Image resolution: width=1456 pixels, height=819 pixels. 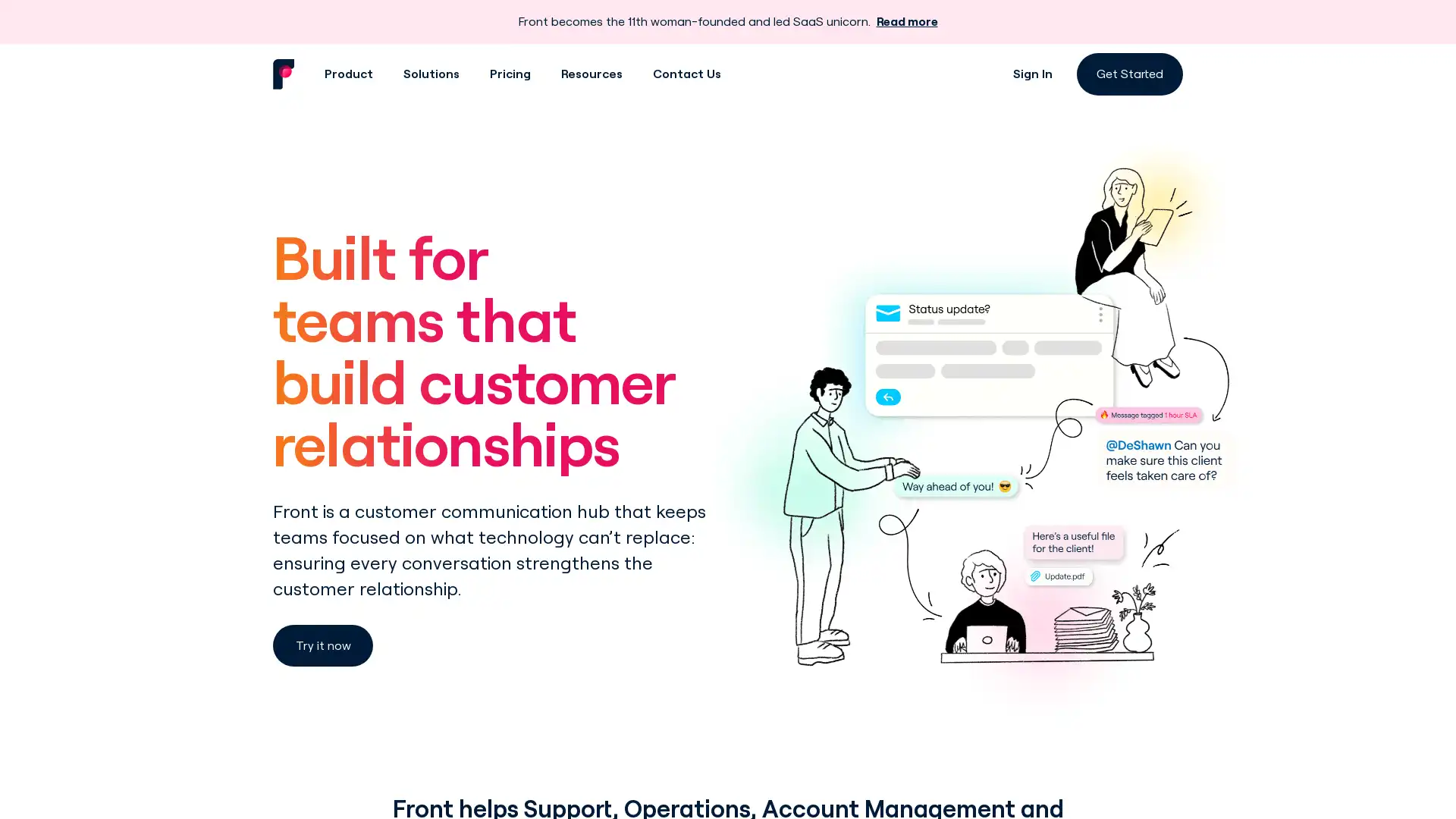 What do you see at coordinates (1129, 74) in the screenshot?
I see `Get Started` at bounding box center [1129, 74].